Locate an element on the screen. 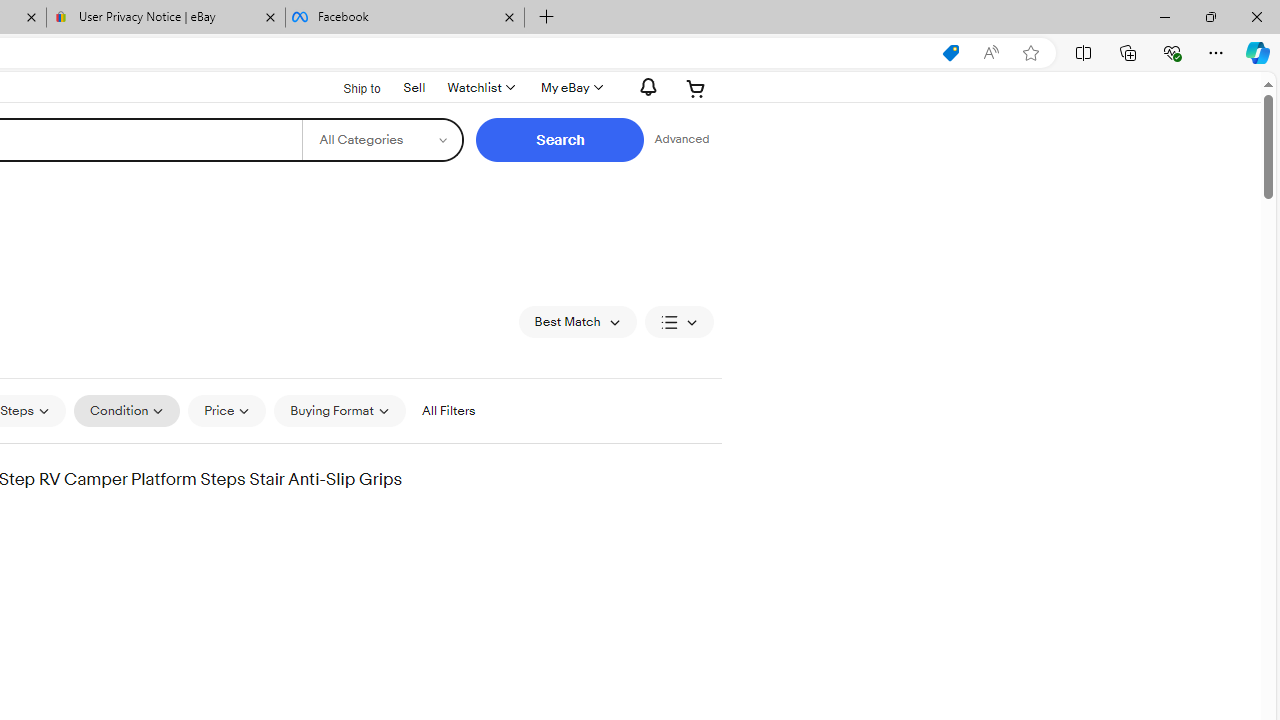 The width and height of the screenshot is (1280, 720). 'This site has coupons! Shopping in Microsoft Edge' is located at coordinates (950, 52).